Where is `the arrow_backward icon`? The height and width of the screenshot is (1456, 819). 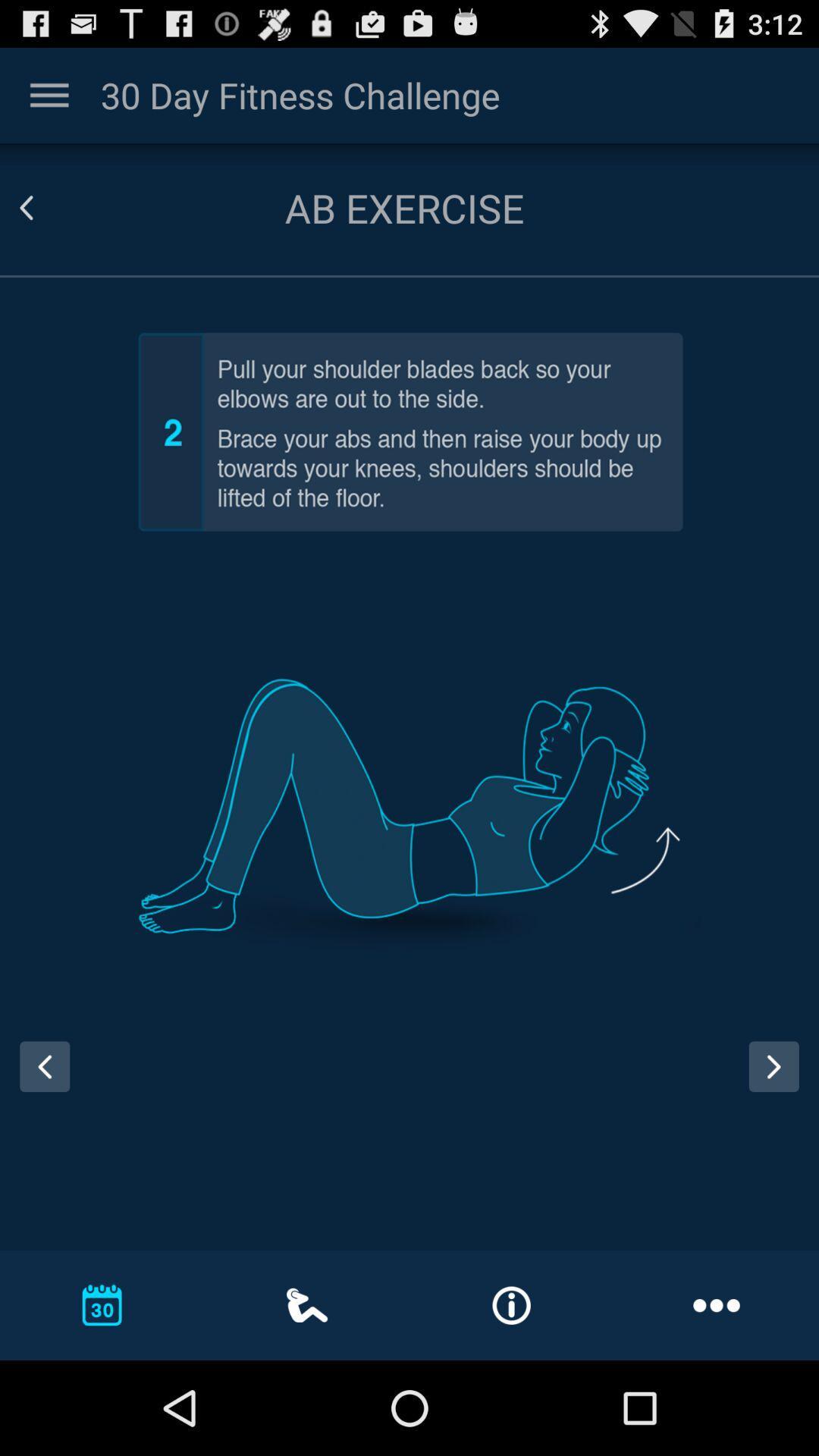
the arrow_backward icon is located at coordinates (39, 1156).